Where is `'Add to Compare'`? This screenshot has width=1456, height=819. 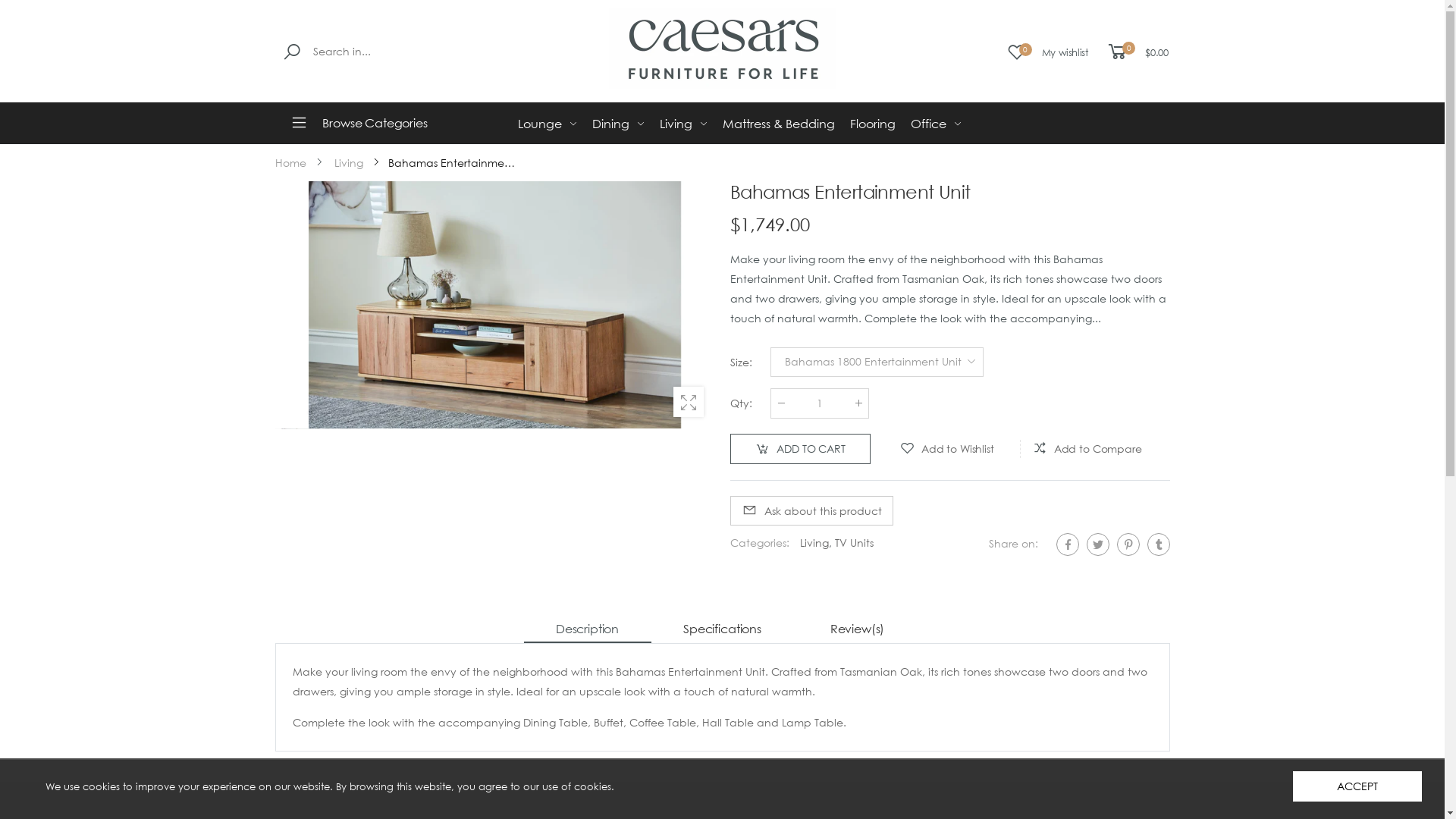 'Add to Compare' is located at coordinates (1016, 448).